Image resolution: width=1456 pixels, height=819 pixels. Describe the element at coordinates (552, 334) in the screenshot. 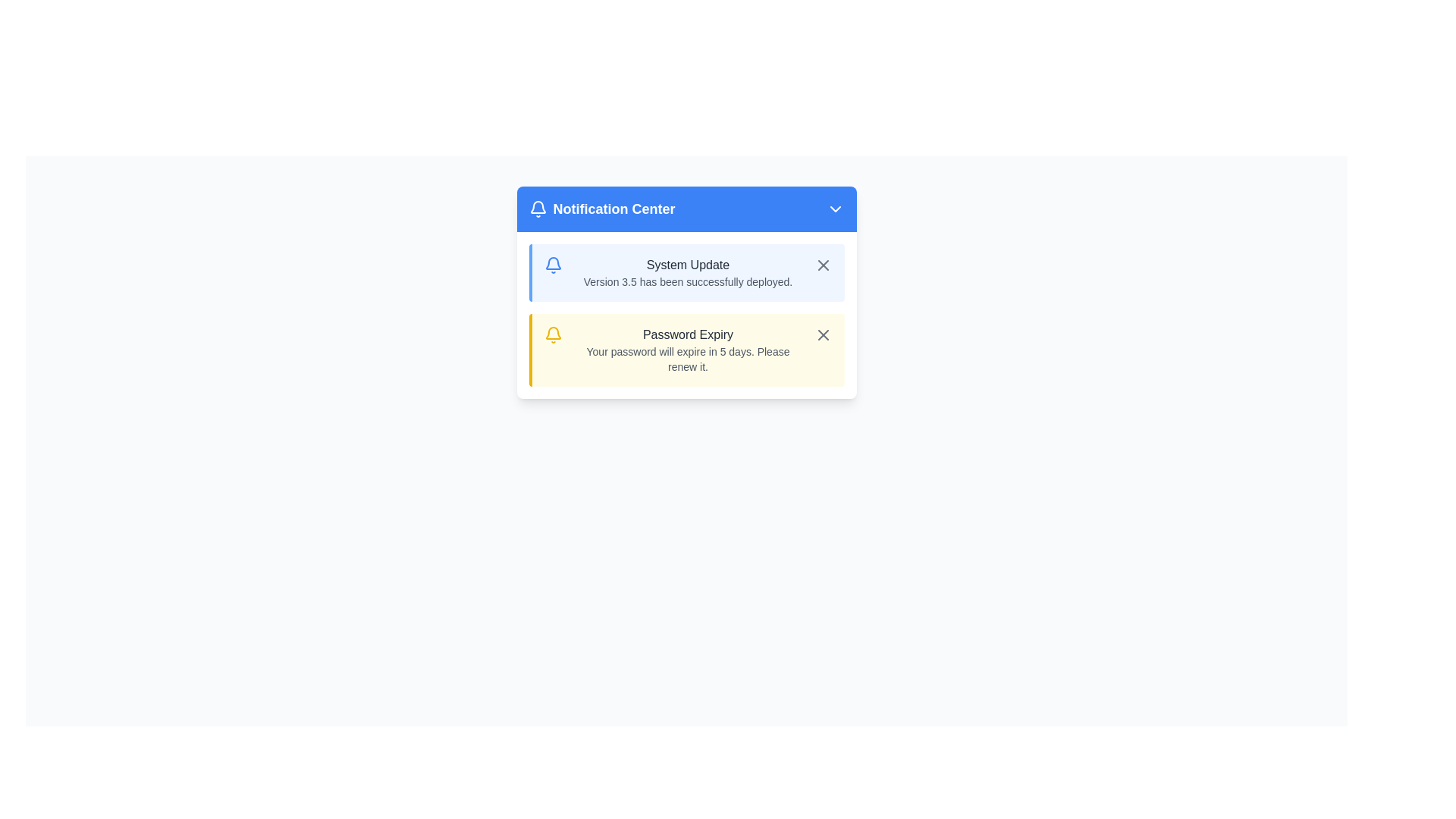

I see `the yellow bell icon indicating a notification for 'Password Expiry', located to the left of the notification text` at that location.